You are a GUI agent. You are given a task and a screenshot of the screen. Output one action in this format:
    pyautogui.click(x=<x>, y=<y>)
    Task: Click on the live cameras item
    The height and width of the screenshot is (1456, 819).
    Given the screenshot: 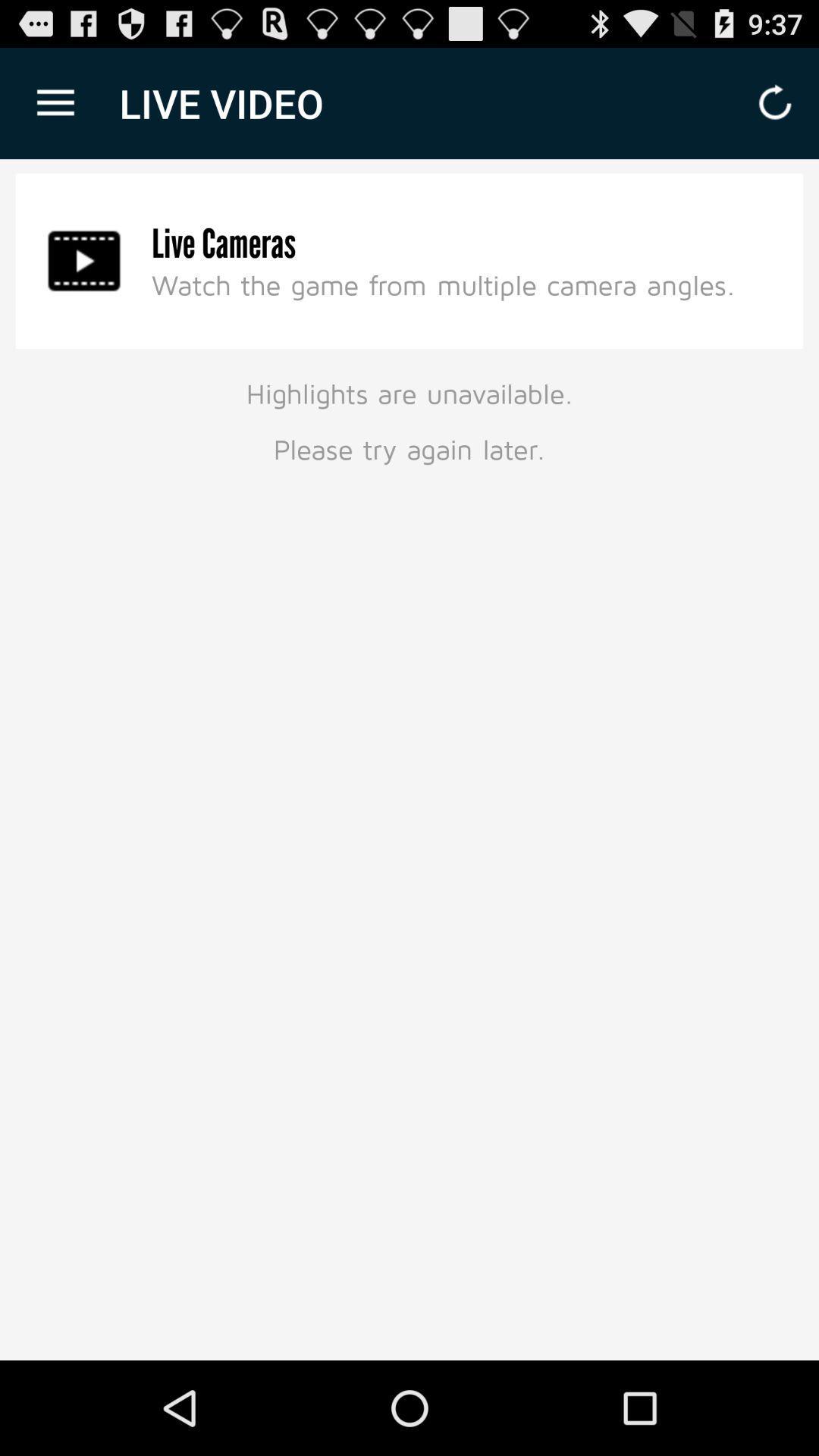 What is the action you would take?
    pyautogui.click(x=224, y=243)
    